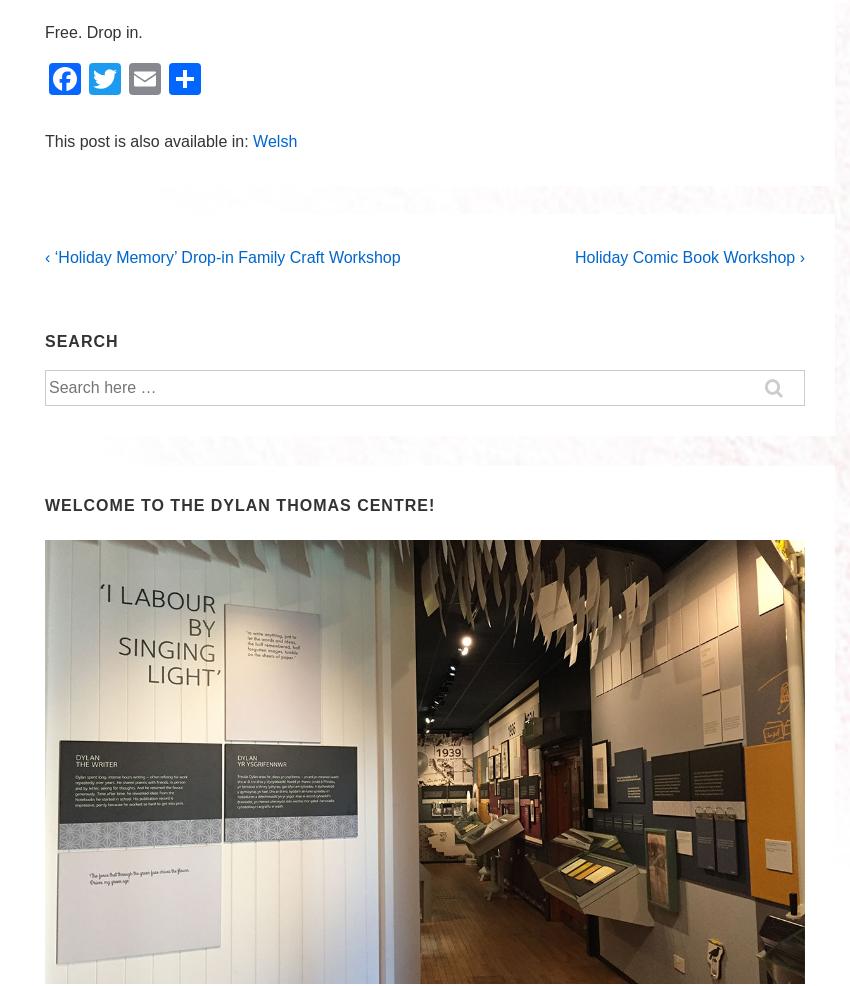 The width and height of the screenshot is (850, 986). I want to click on 'Free. Drop in.', so click(92, 30).